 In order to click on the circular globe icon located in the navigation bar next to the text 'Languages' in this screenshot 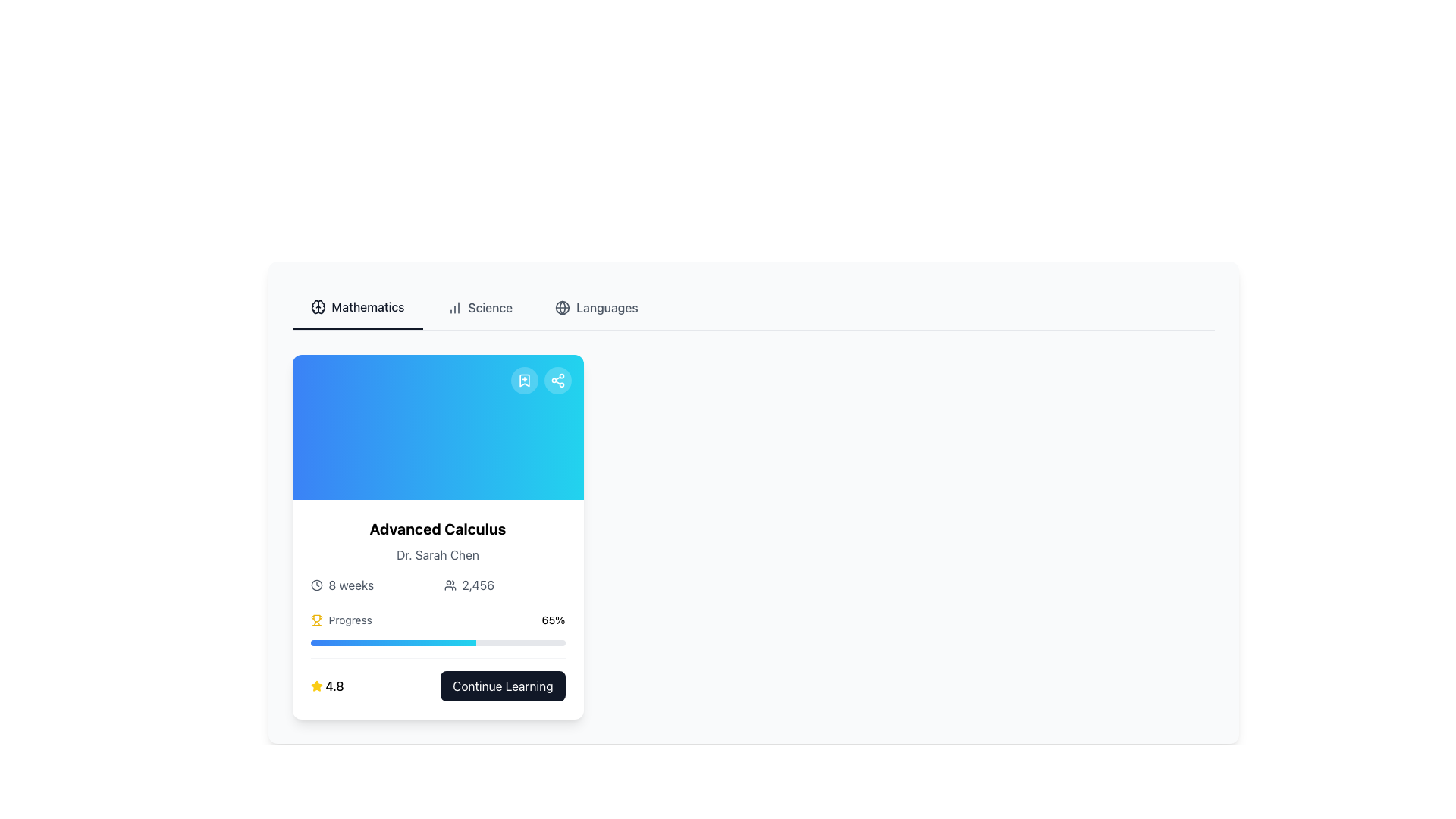, I will do `click(562, 307)`.